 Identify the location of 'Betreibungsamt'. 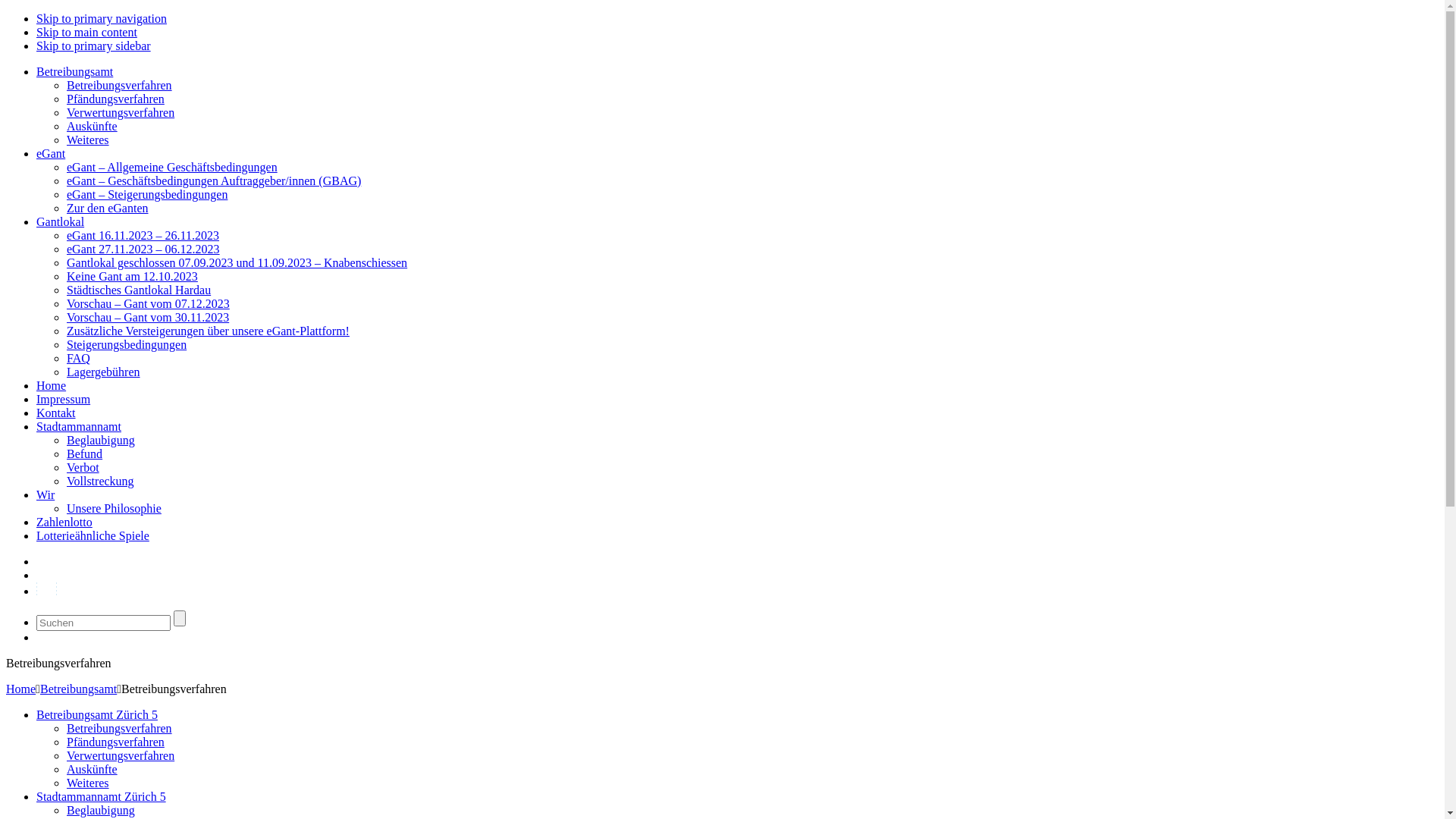
(36, 71).